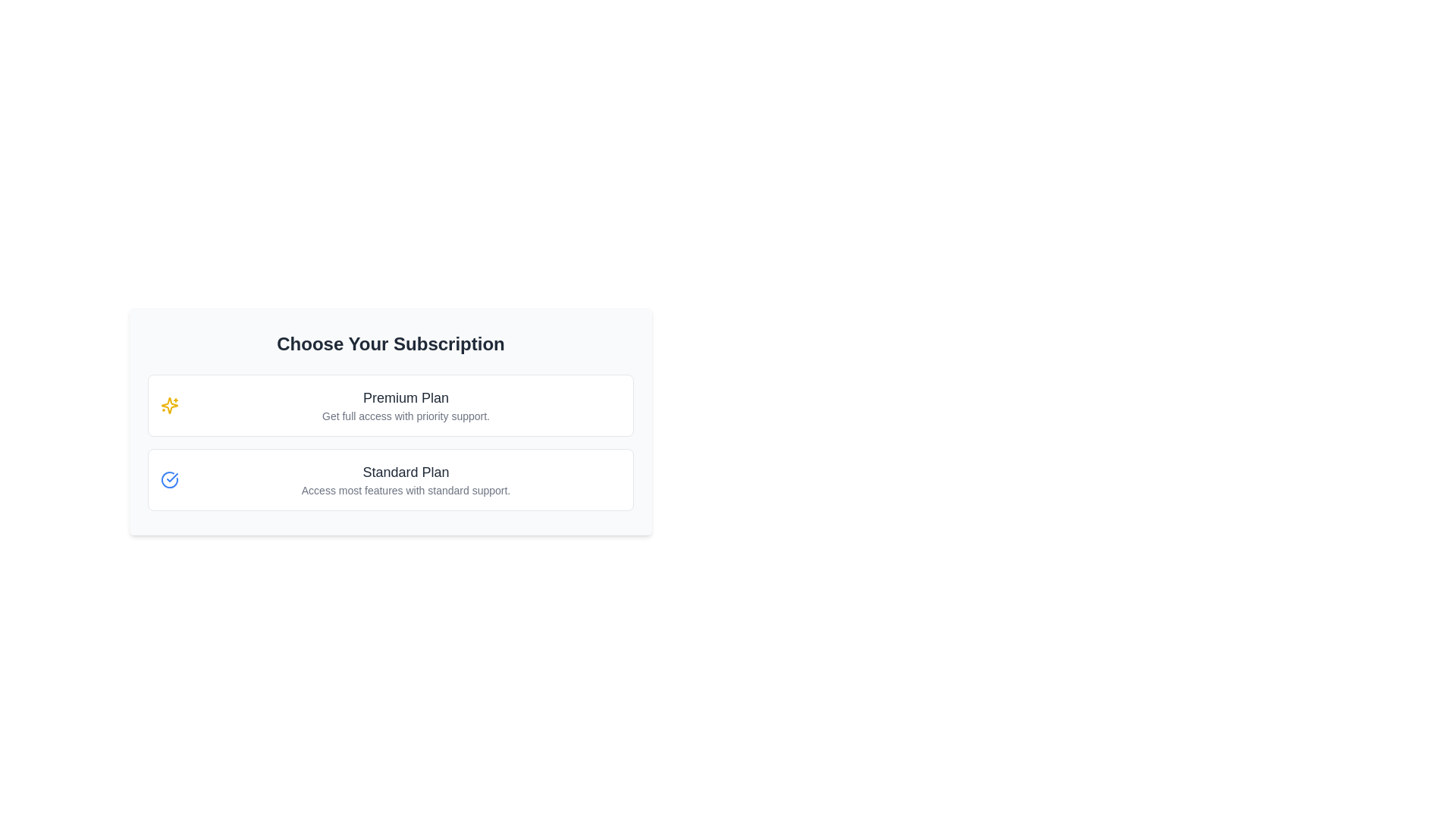  I want to click on the informational text element titled 'Standard Plan', so click(406, 479).